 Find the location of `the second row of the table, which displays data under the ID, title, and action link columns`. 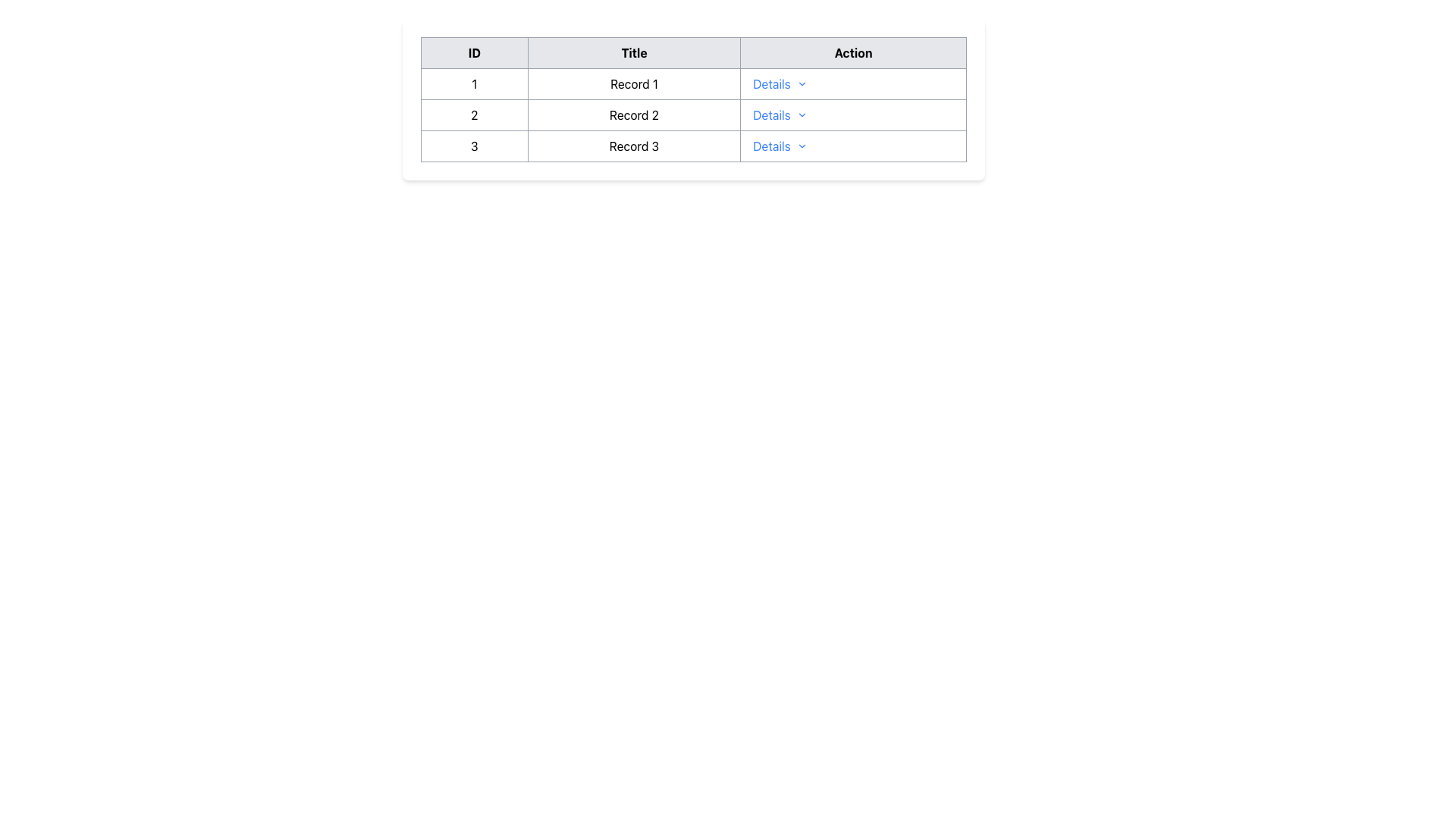

the second row of the table, which displays data under the ID, title, and action link columns is located at coordinates (693, 114).